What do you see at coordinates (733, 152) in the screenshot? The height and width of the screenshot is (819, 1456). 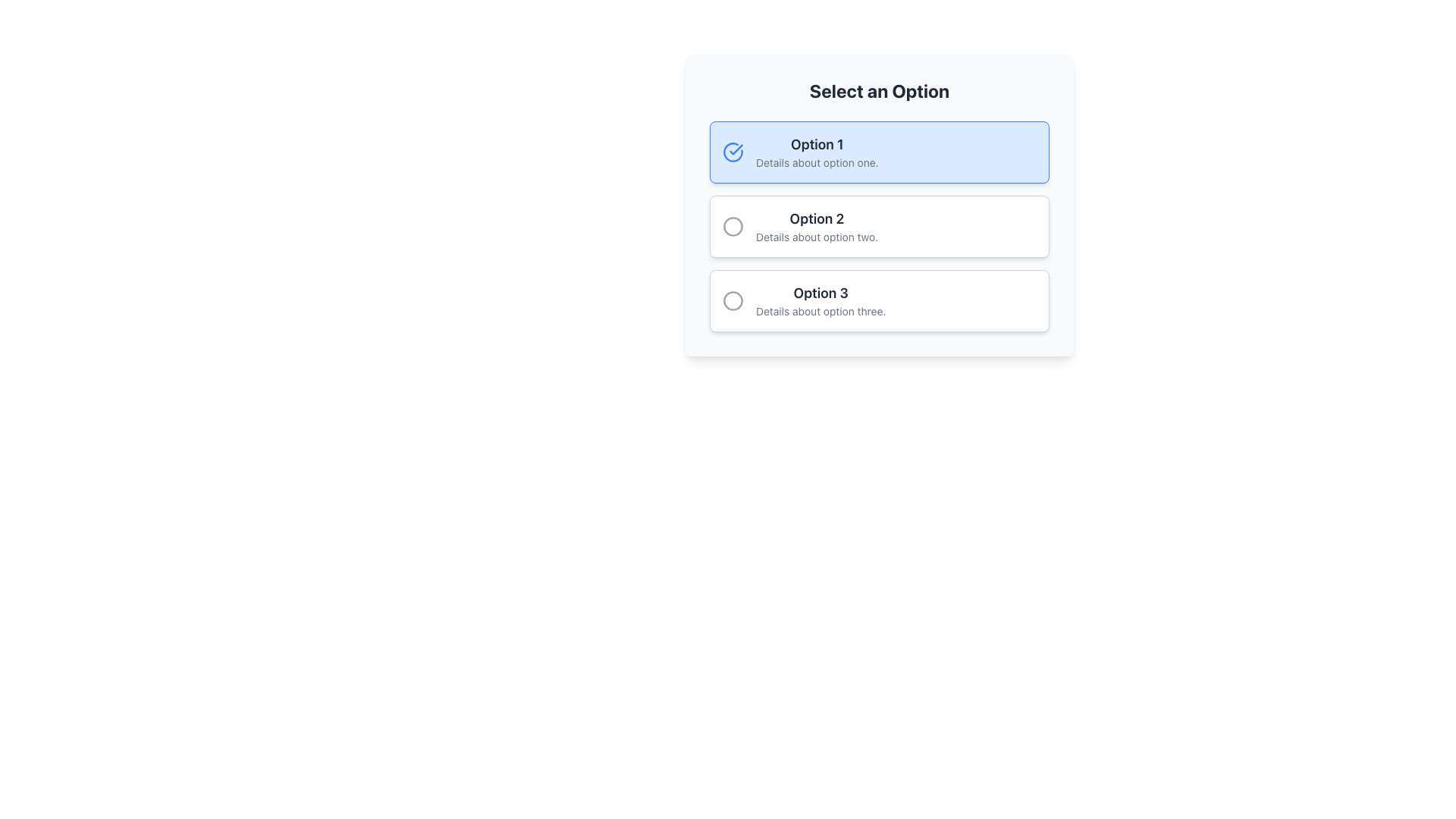 I see `the leading icon of the first selectable option block labeled 'Option 1', which indicates that this option is currently selected or active` at bounding box center [733, 152].